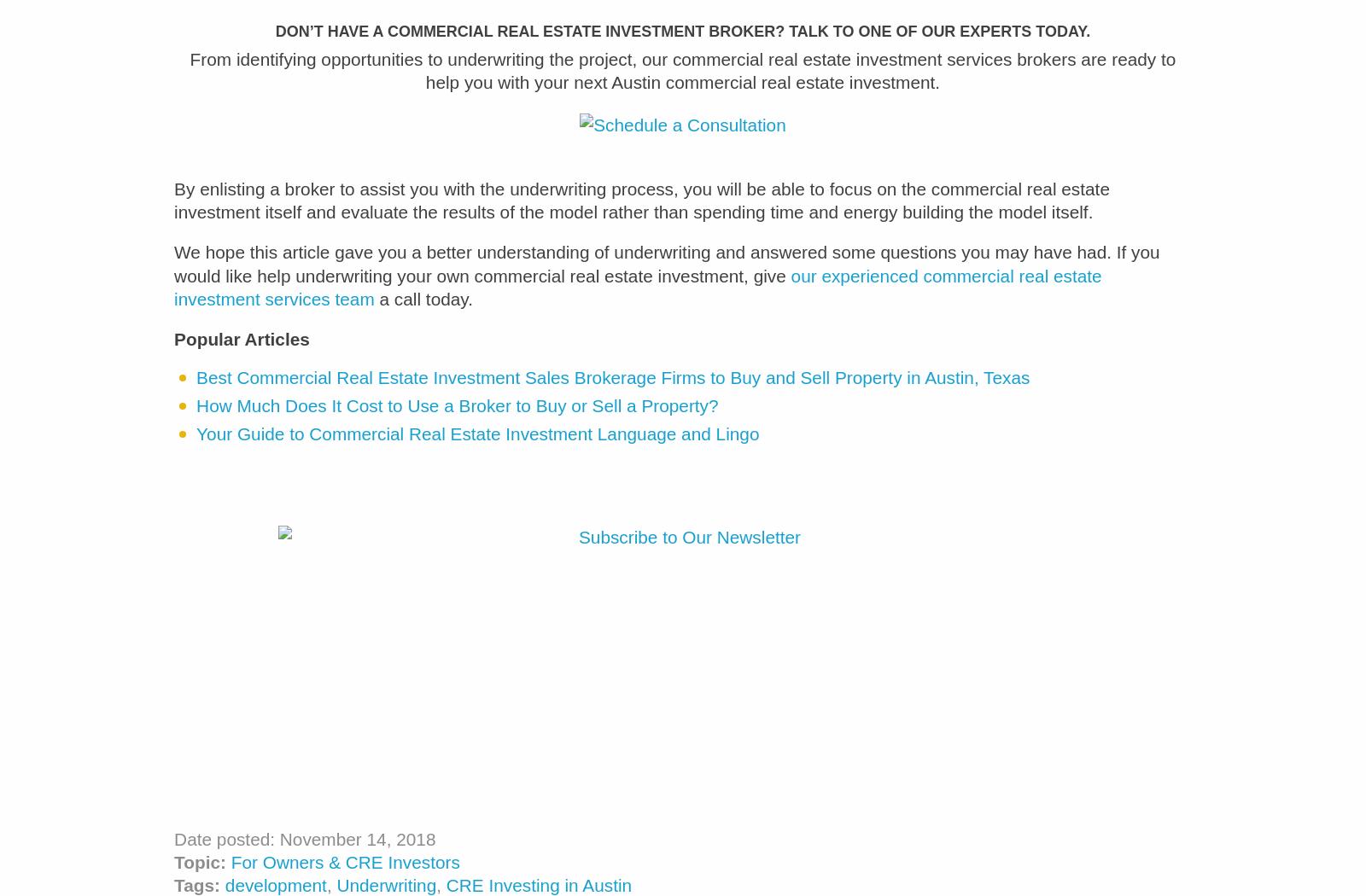 Image resolution: width=1366 pixels, height=896 pixels. Describe the element at coordinates (174, 297) in the screenshot. I see `'our experienced commercial real estate investment services team'` at that location.